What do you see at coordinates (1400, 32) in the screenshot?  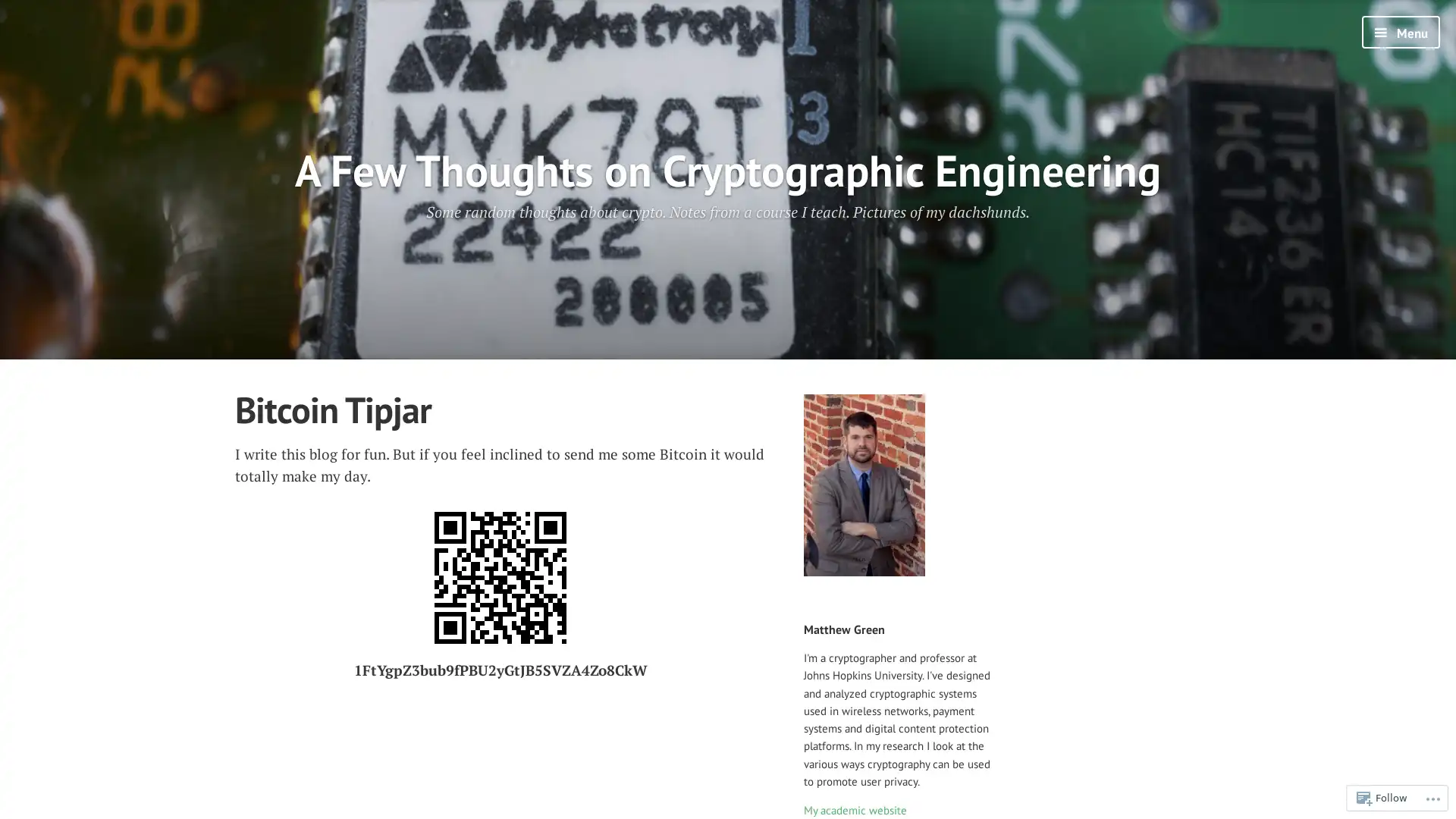 I see `Menu` at bounding box center [1400, 32].